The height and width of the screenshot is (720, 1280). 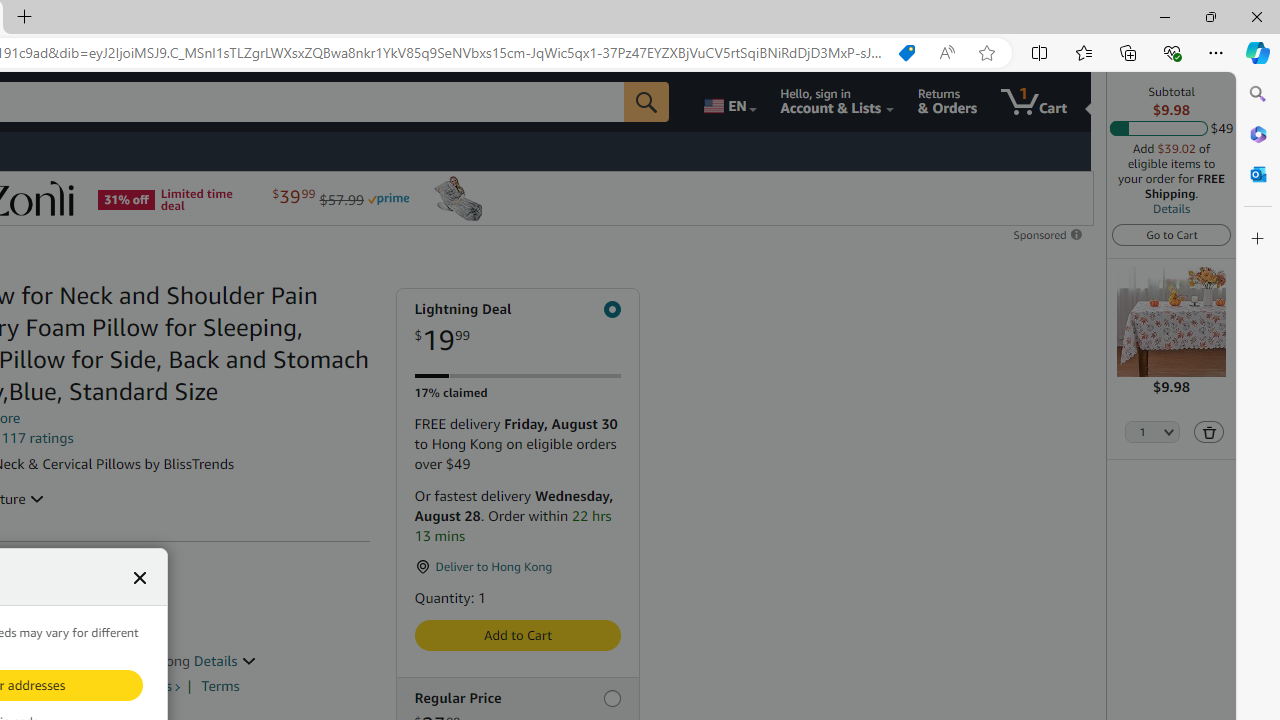 I want to click on 'Details', so click(x=1171, y=208).